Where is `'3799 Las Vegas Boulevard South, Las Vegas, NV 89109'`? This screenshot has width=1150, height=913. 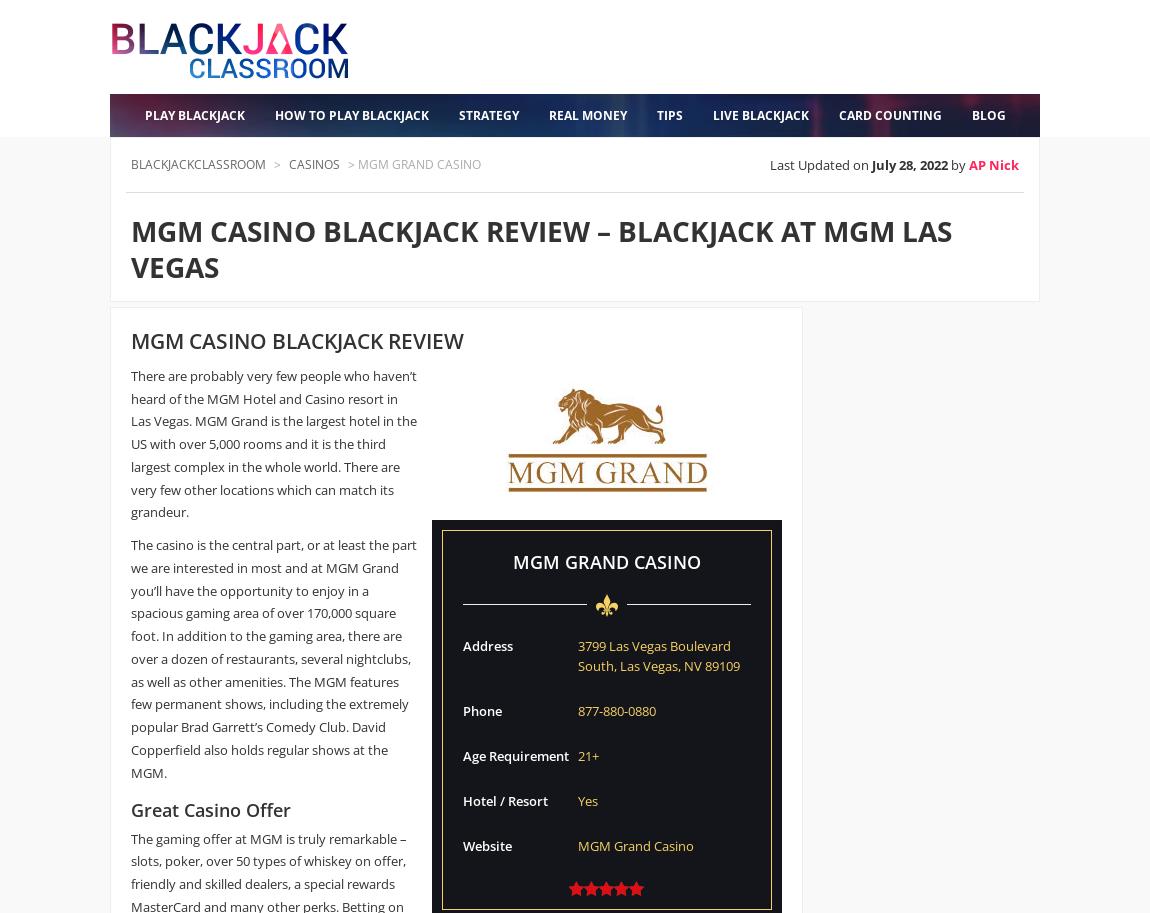
'3799 Las Vegas Boulevard South, Las Vegas, NV 89109' is located at coordinates (657, 654).